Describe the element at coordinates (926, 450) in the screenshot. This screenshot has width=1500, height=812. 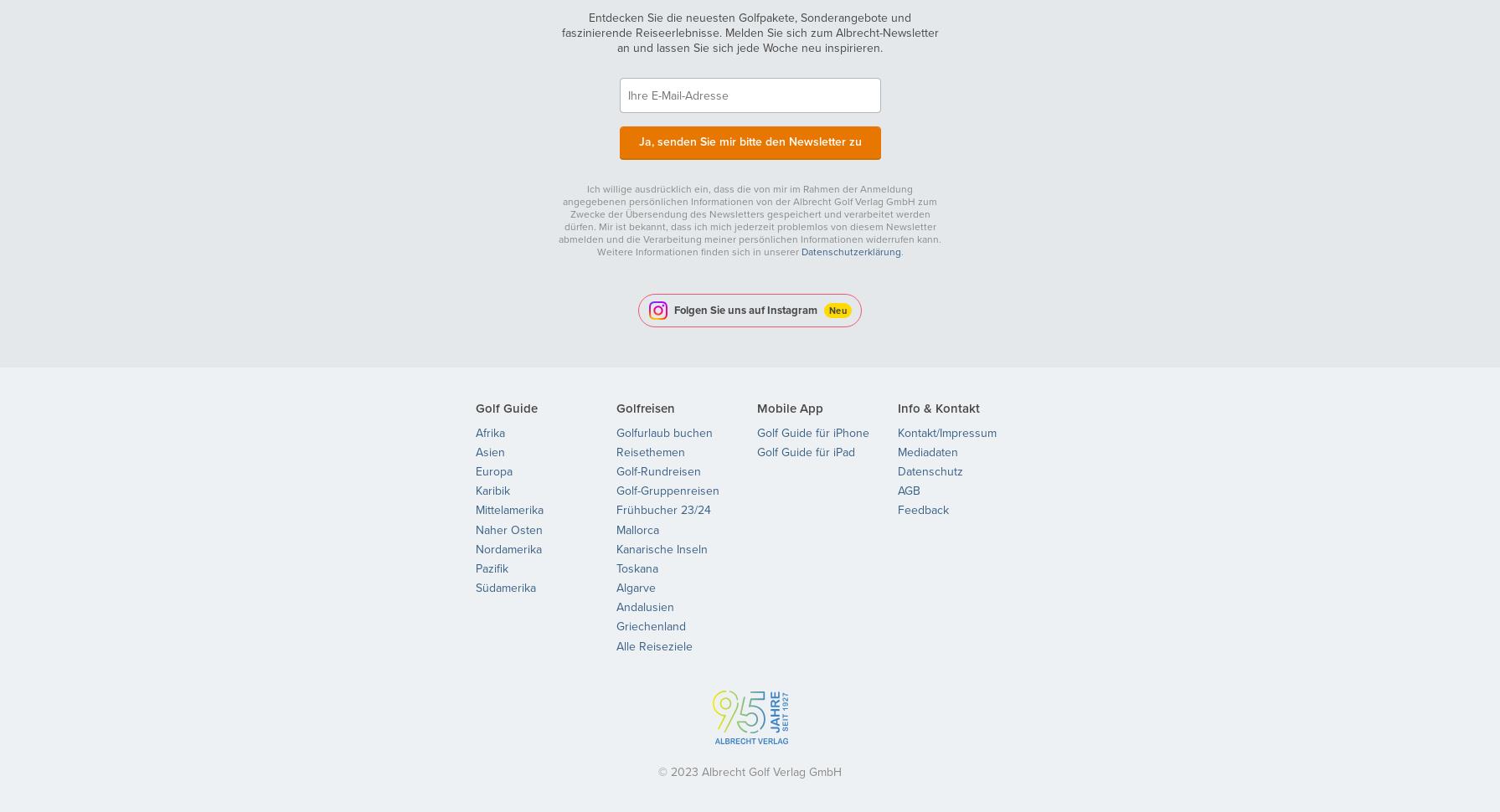
I see `'Mediadaten'` at that location.